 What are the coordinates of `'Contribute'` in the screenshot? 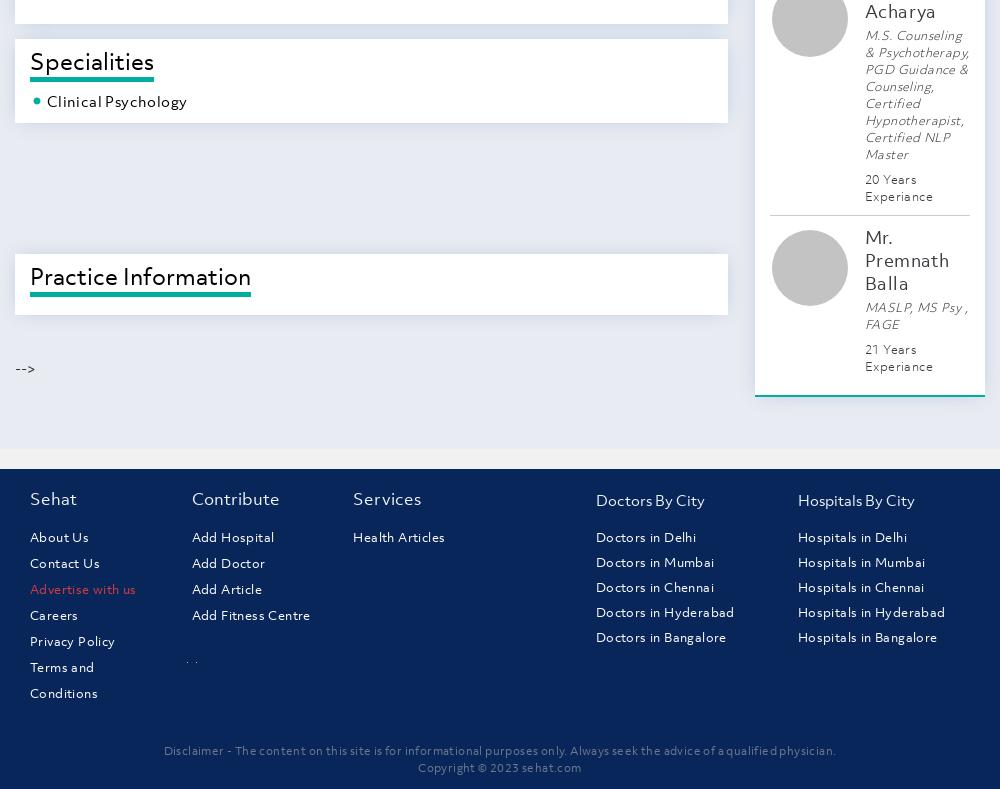 It's located at (234, 497).